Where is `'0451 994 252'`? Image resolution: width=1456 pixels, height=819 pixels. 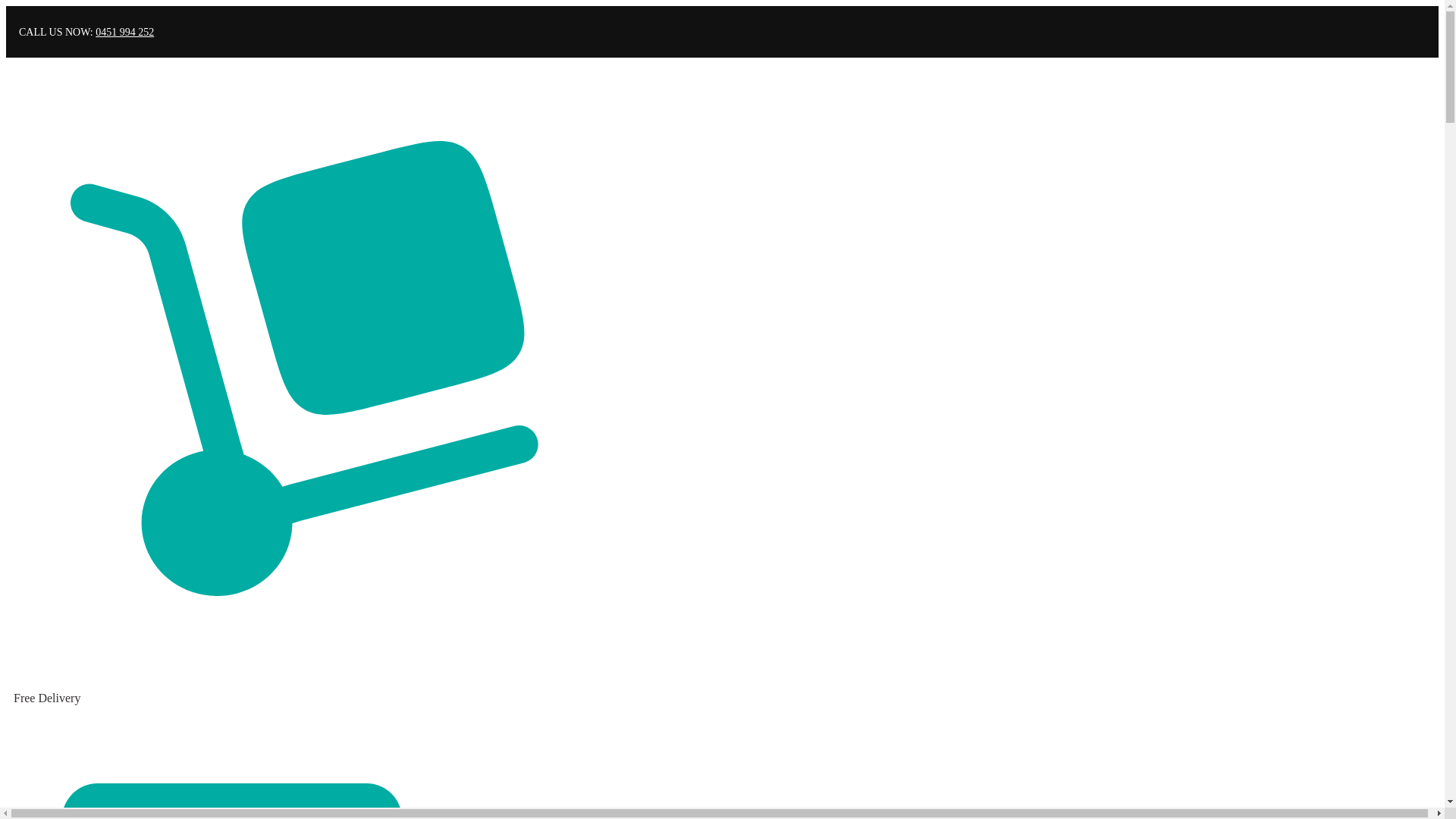
'0451 994 252' is located at coordinates (124, 32).